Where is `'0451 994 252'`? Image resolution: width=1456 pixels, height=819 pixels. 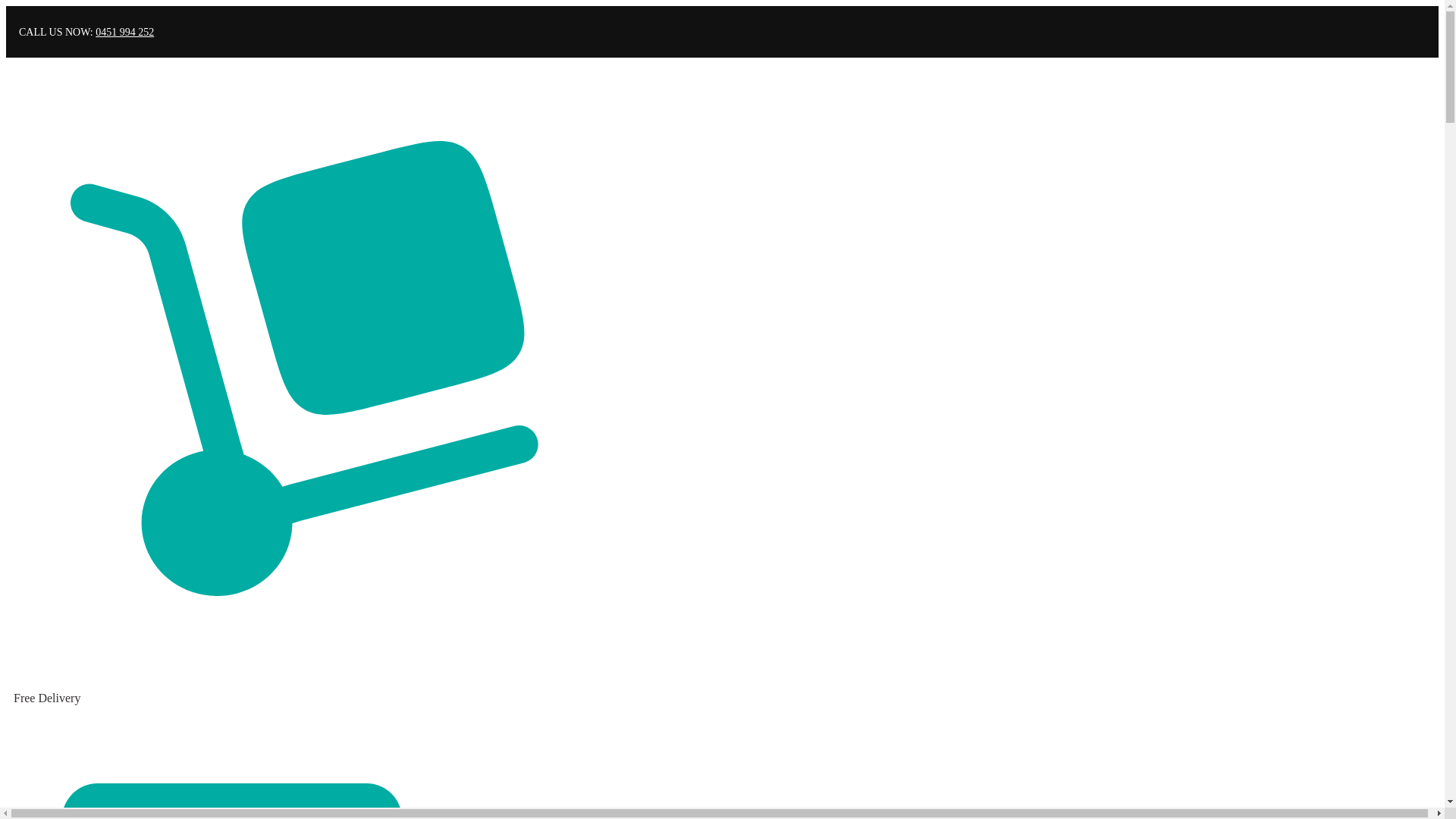
'0451 994 252' is located at coordinates (124, 32).